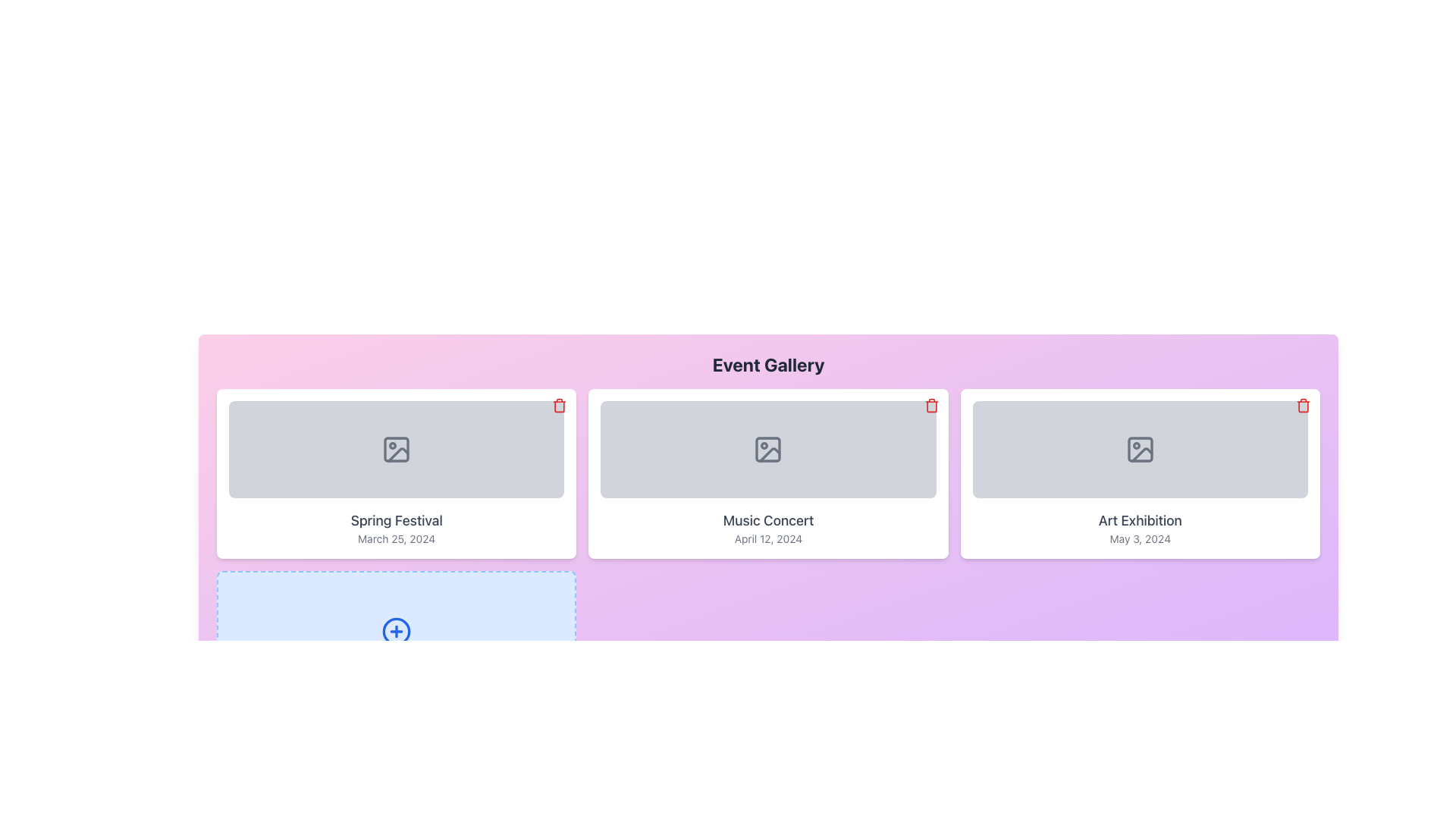 This screenshot has width=1456, height=819. Describe the element at coordinates (768, 449) in the screenshot. I see `the large gray image placeholder located at the top center of the 'Music Concert' card, positioned above the title and date text` at that location.